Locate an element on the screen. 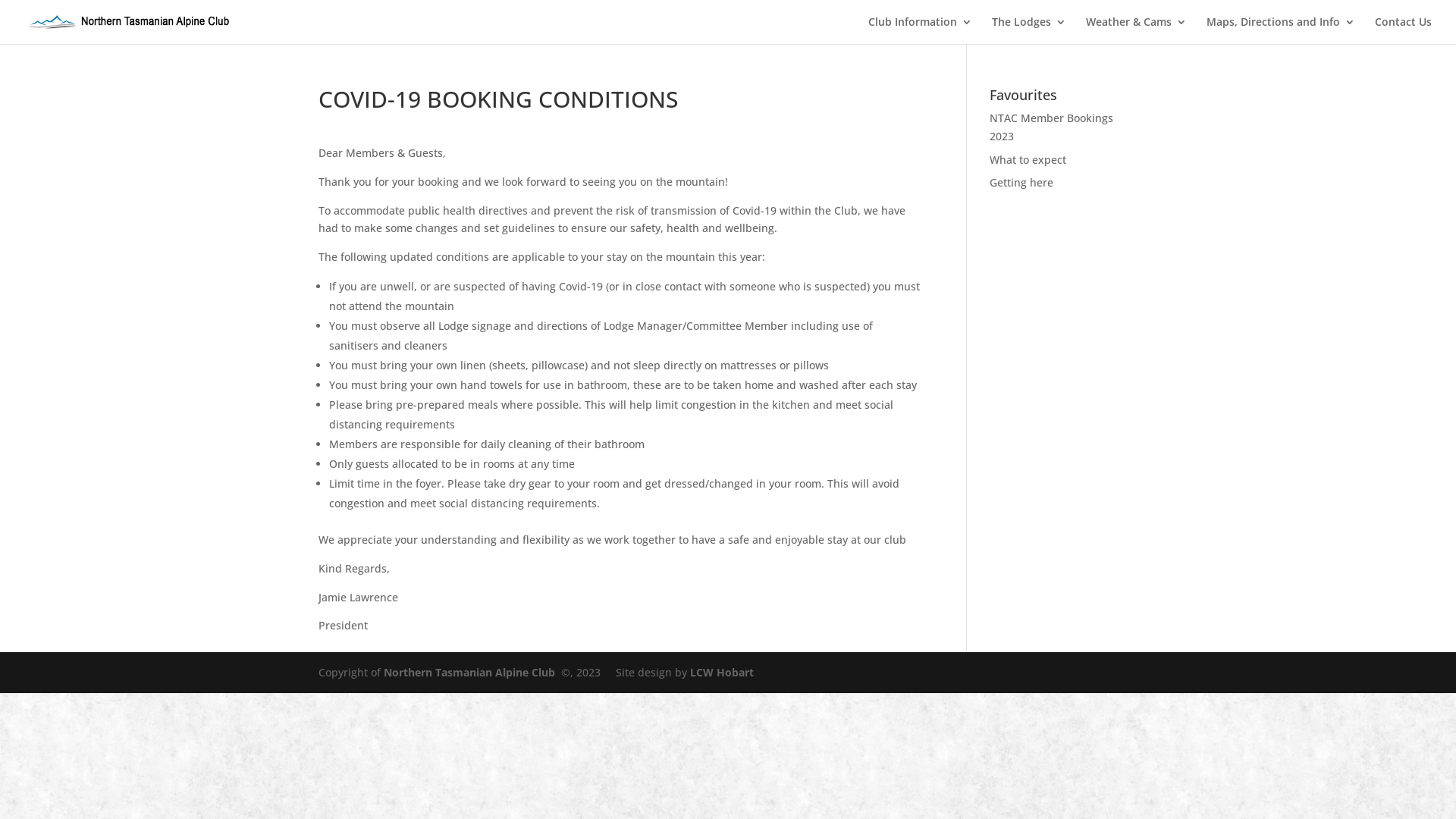 Image resolution: width=1456 pixels, height=819 pixels. 'The Lodges' is located at coordinates (1029, 30).